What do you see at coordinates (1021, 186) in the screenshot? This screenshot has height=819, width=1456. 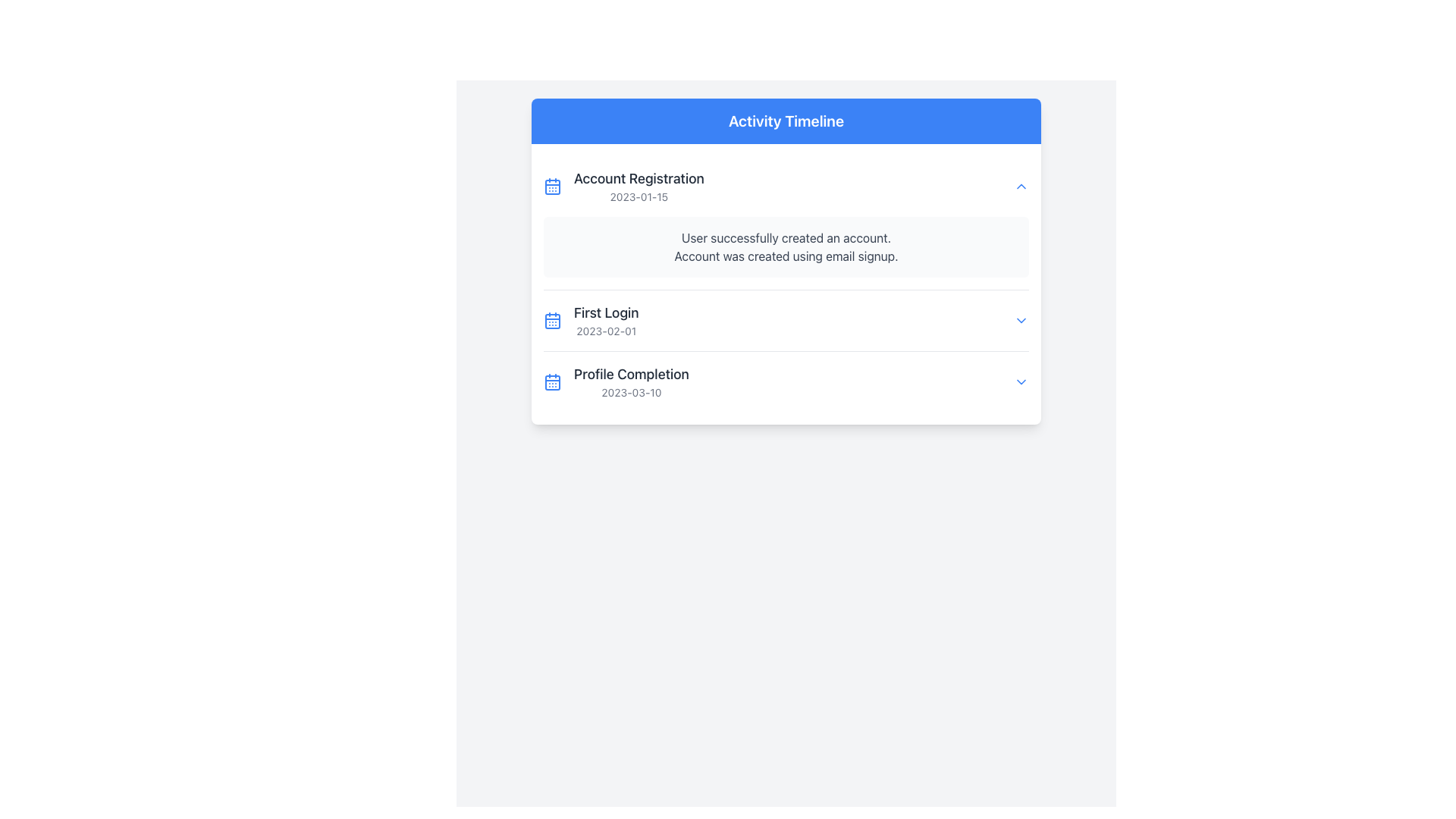 I see `the icon button located at the top-right corner of the 'Account Registration' card` at bounding box center [1021, 186].